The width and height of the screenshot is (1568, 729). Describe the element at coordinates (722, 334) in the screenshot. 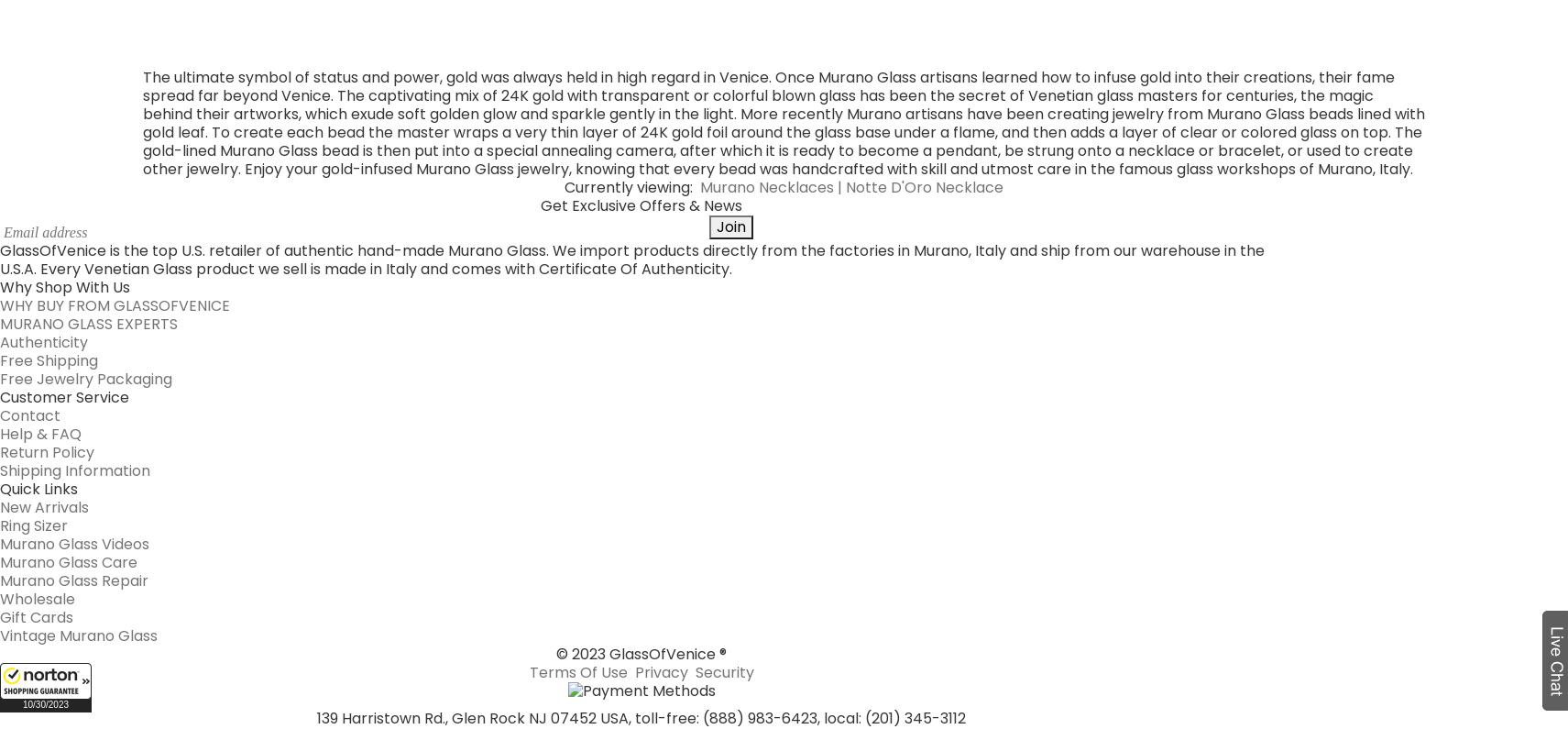

I see `'Security'` at that location.